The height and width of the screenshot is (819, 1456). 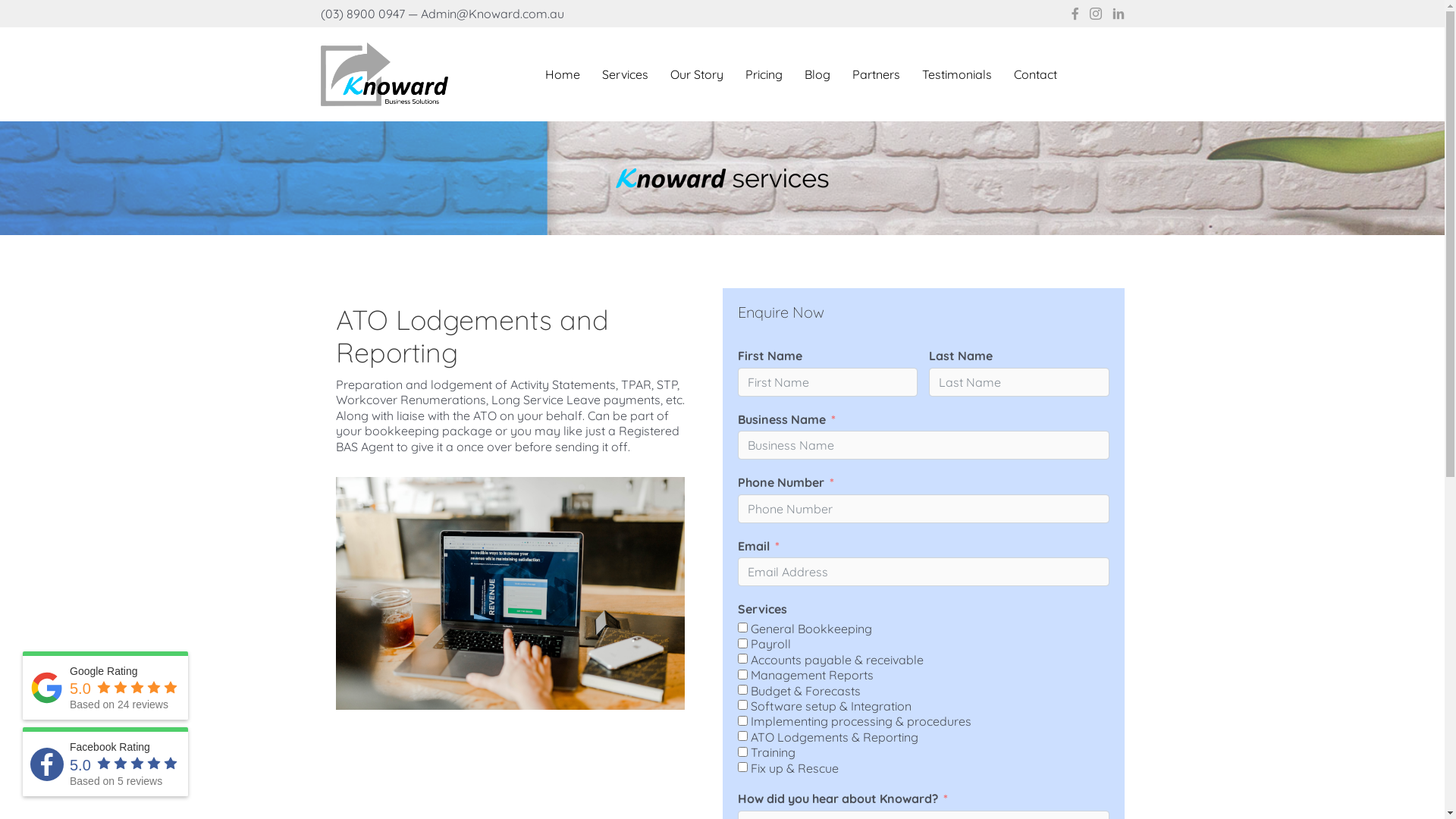 What do you see at coordinates (817, 74) in the screenshot?
I see `'Blog'` at bounding box center [817, 74].